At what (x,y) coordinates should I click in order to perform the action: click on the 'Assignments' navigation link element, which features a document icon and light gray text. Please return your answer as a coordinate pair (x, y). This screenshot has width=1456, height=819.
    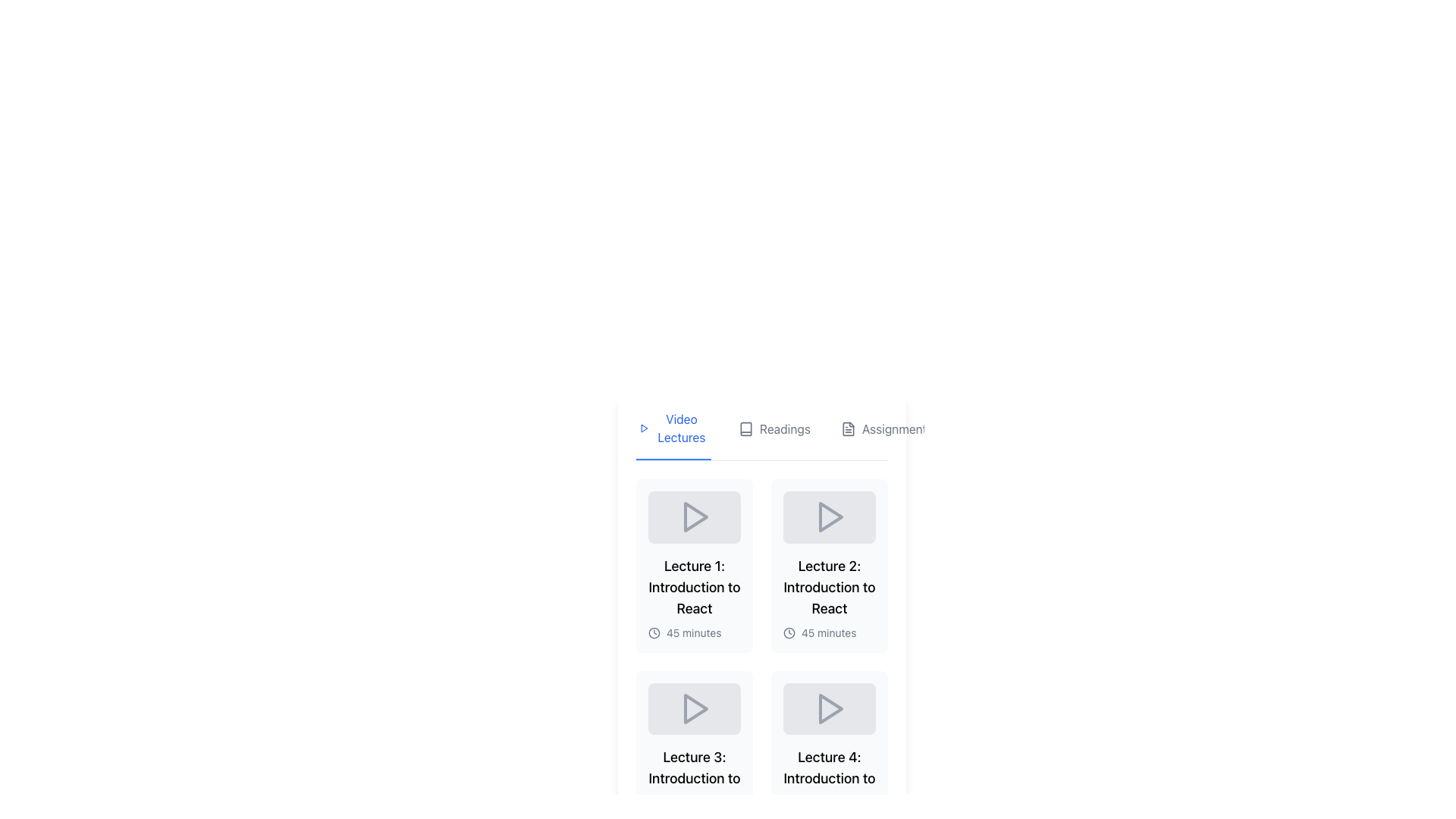
    Looking at the image, I should click on (886, 435).